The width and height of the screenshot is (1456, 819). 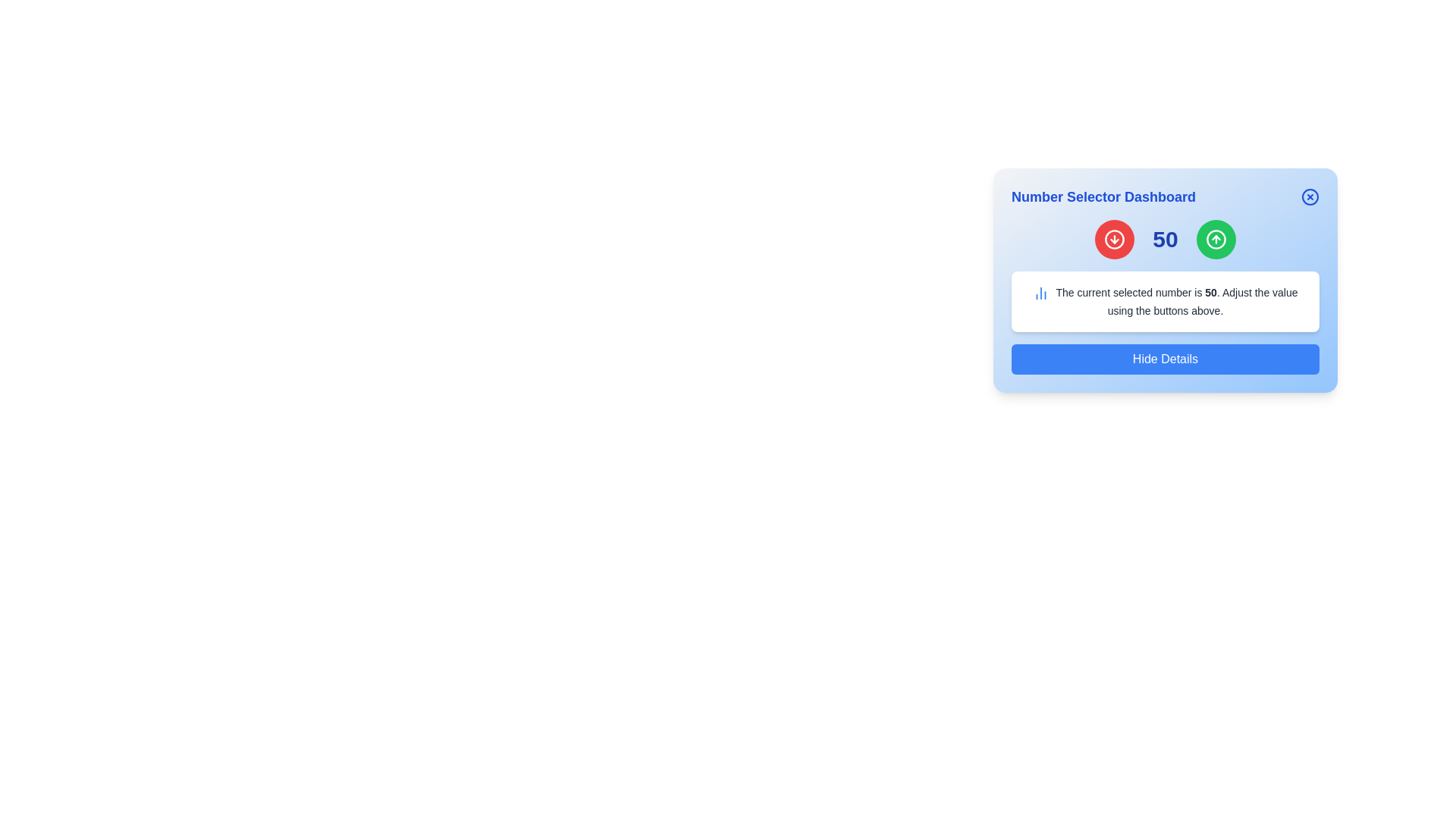 What do you see at coordinates (1115, 239) in the screenshot?
I see `the leftmost button in the number selection control interface` at bounding box center [1115, 239].